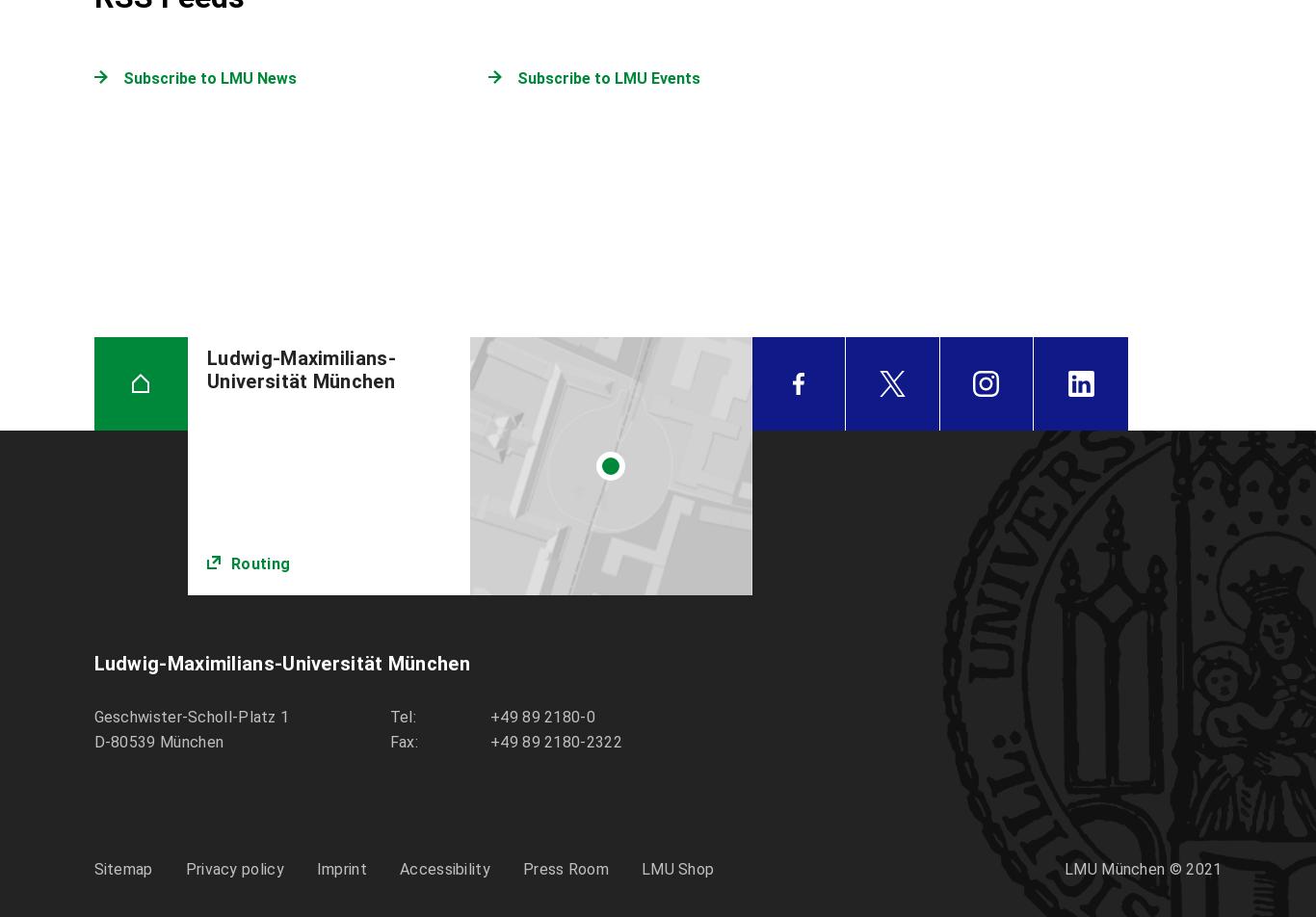 The width and height of the screenshot is (1316, 917). Describe the element at coordinates (315, 869) in the screenshot. I see `'Imprint'` at that location.